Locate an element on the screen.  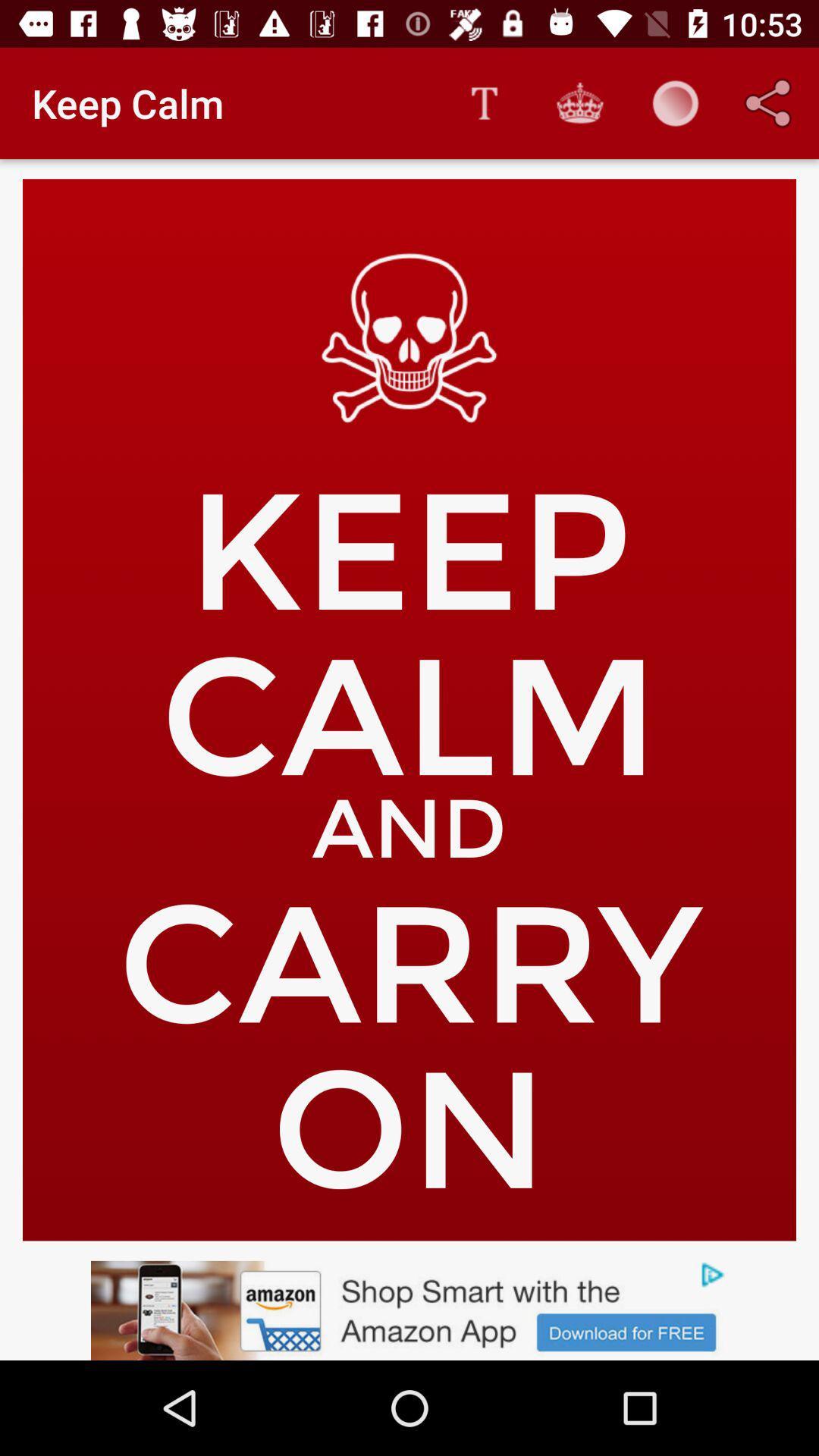
amazon app download page is located at coordinates (409, 1310).